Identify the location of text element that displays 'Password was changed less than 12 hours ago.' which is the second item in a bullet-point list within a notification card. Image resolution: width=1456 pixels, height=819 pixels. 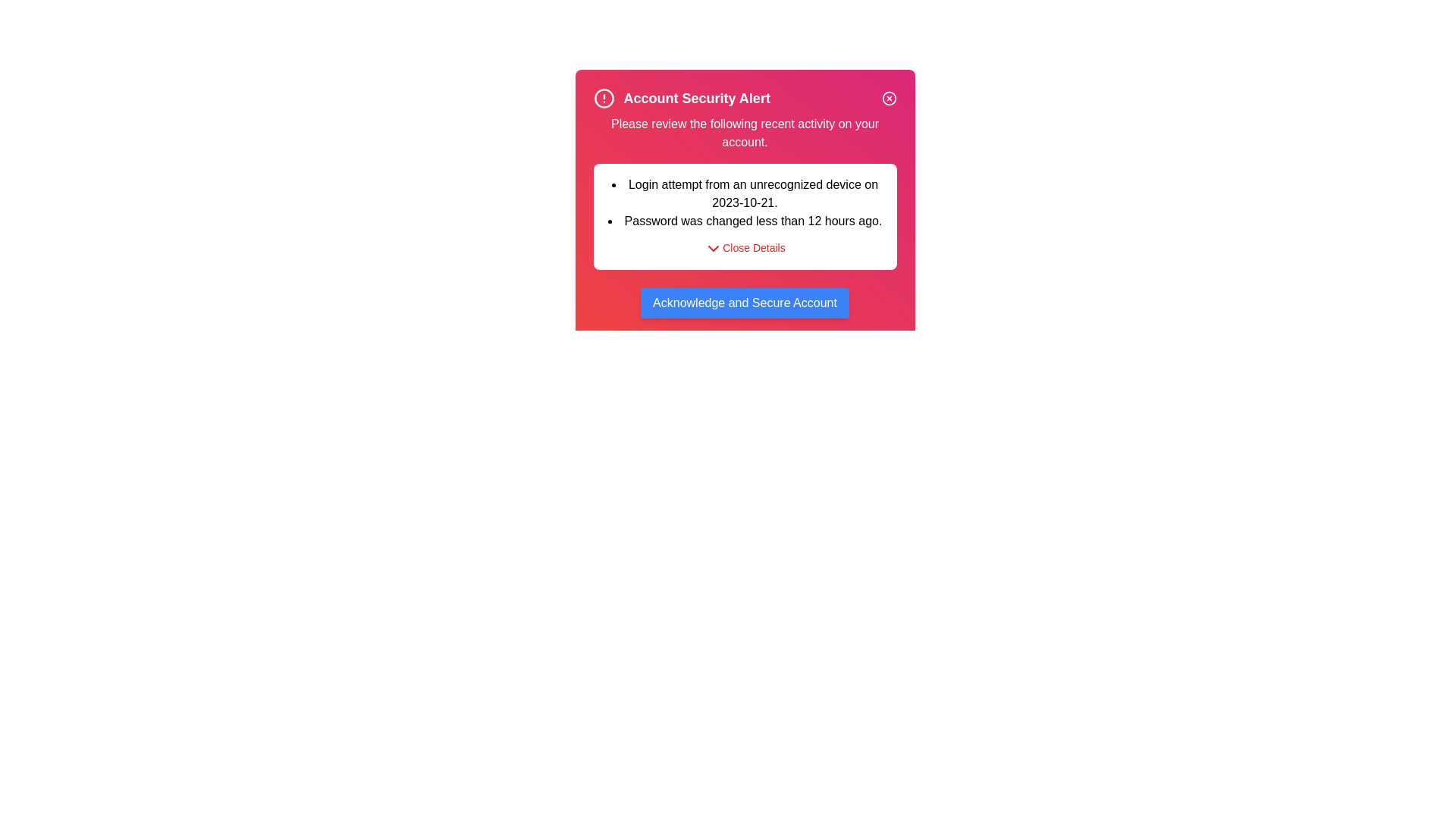
(745, 221).